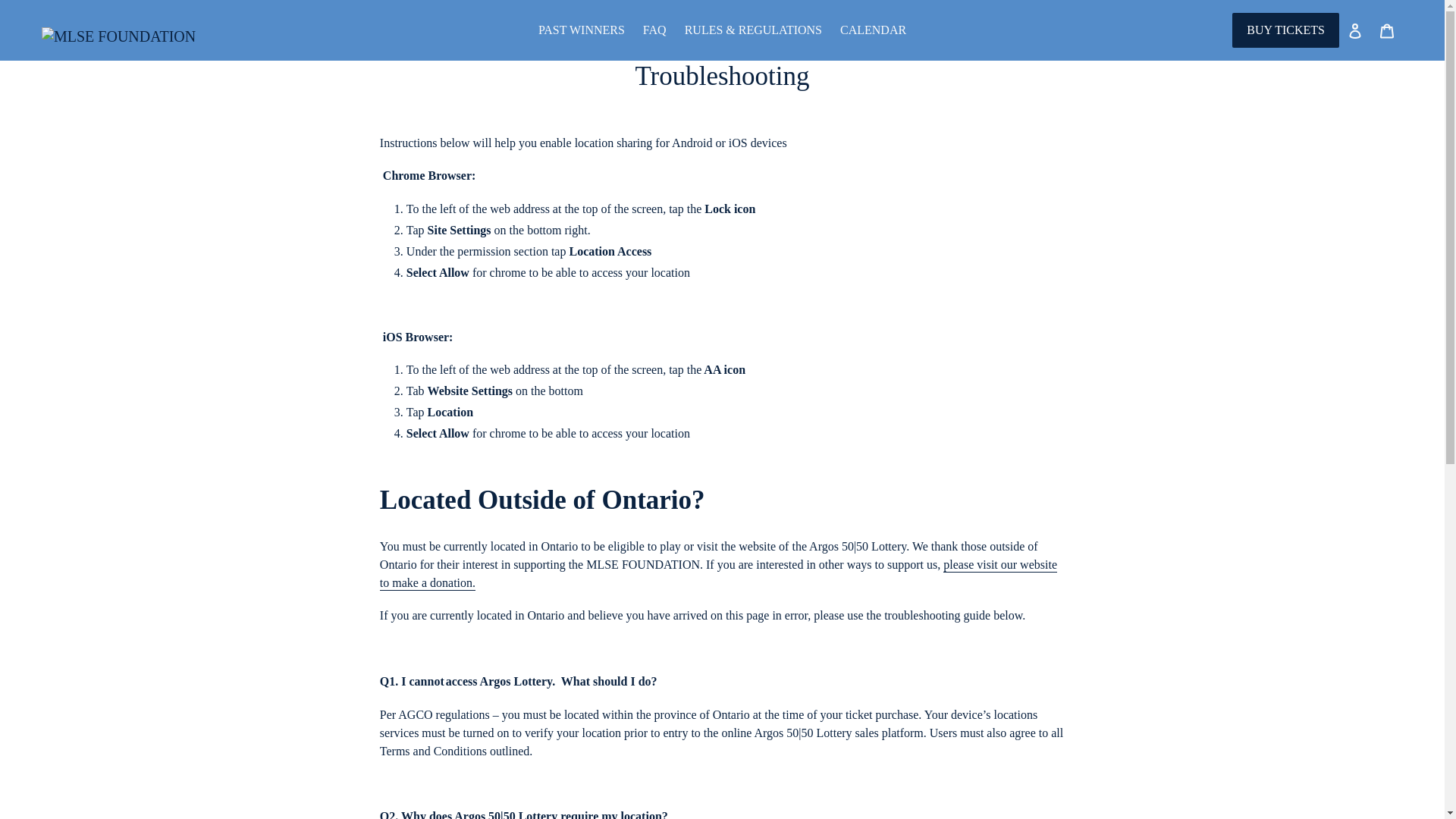 The height and width of the screenshot is (819, 1456). Describe the element at coordinates (531, 30) in the screenshot. I see `'PAST WINNERS'` at that location.